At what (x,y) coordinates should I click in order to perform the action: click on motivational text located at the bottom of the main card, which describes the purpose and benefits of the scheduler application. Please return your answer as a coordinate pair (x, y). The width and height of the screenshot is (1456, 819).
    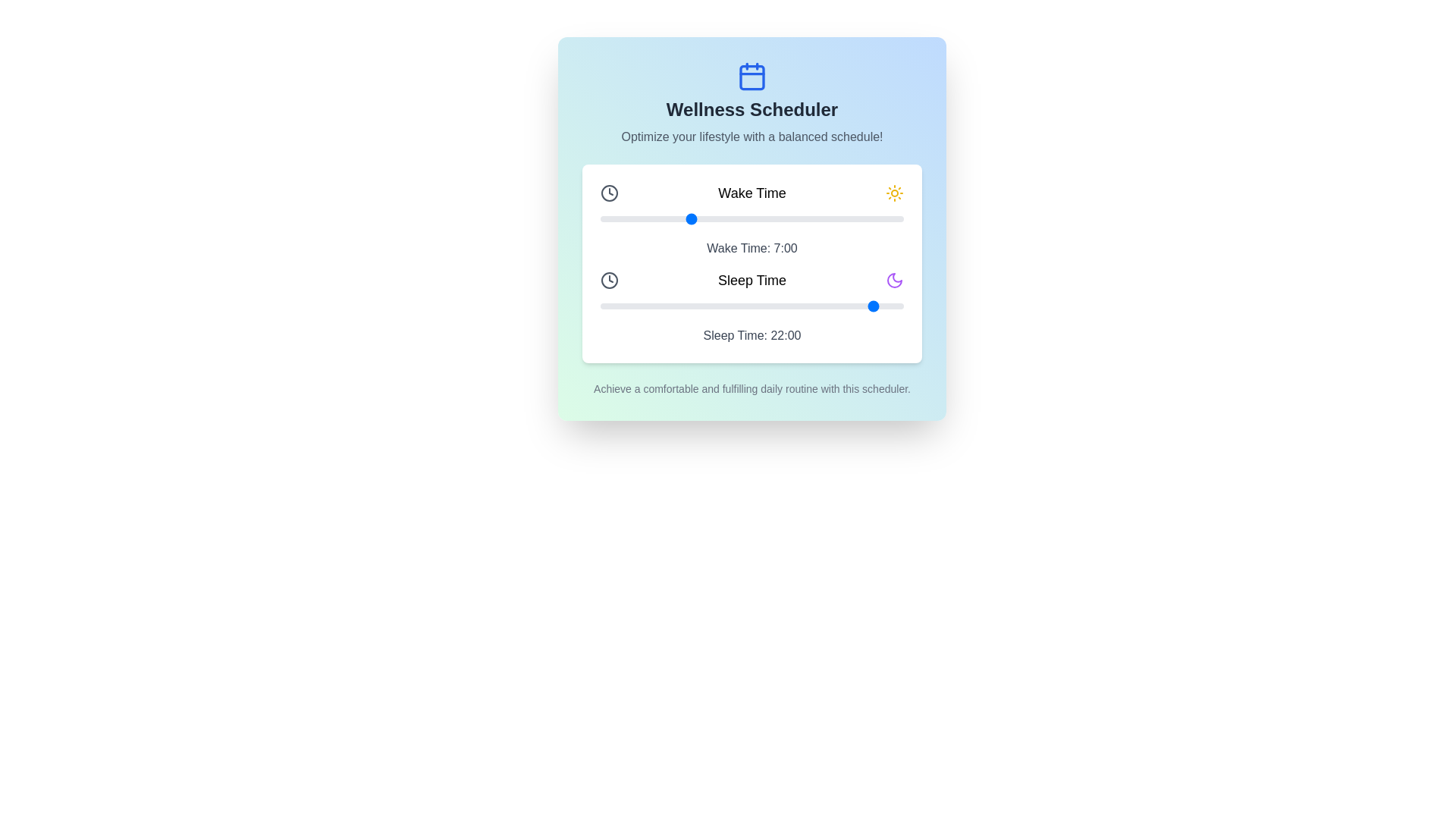
    Looking at the image, I should click on (752, 388).